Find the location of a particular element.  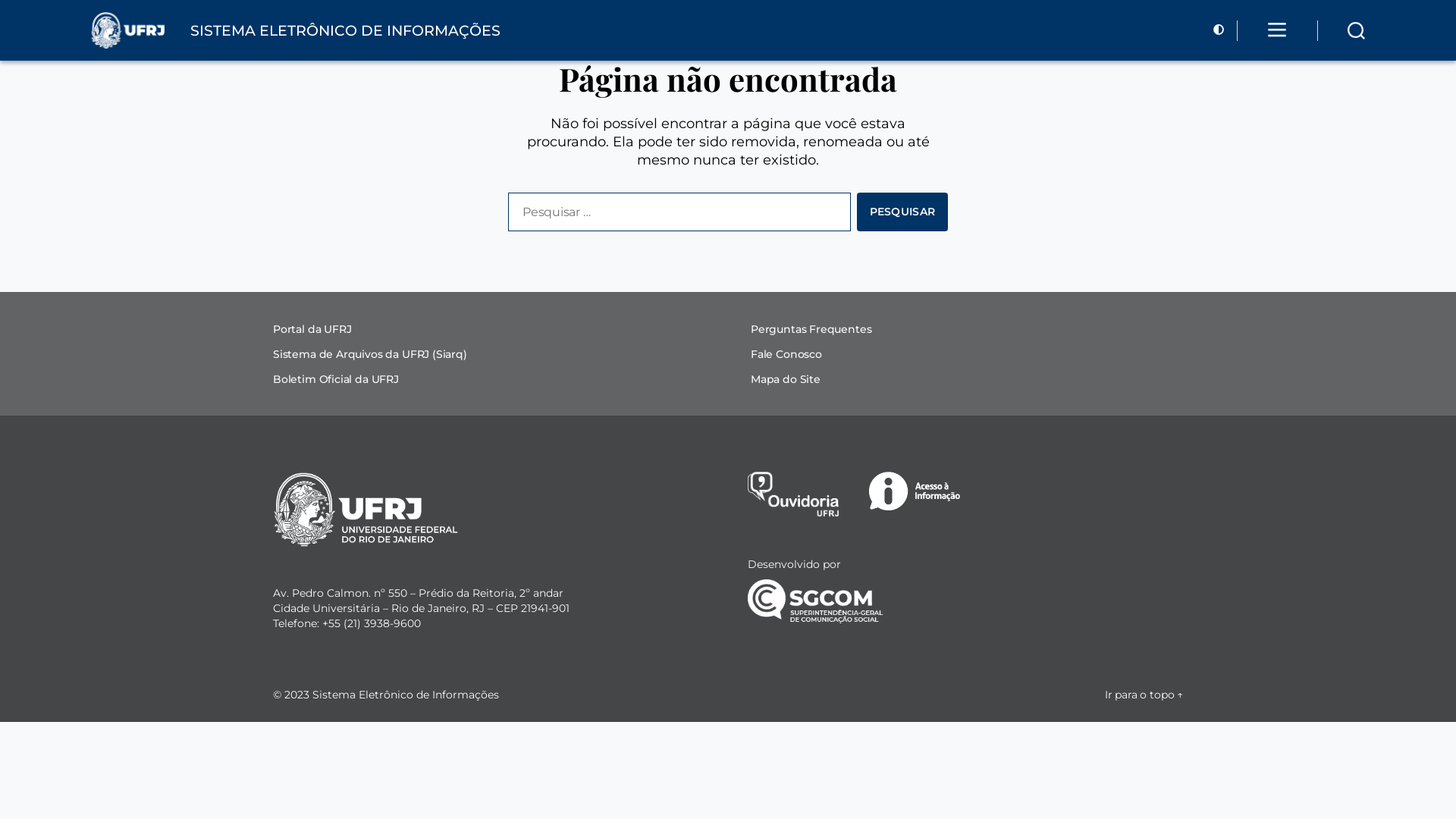

'Boletim Oficial da UFRJ' is located at coordinates (273, 378).